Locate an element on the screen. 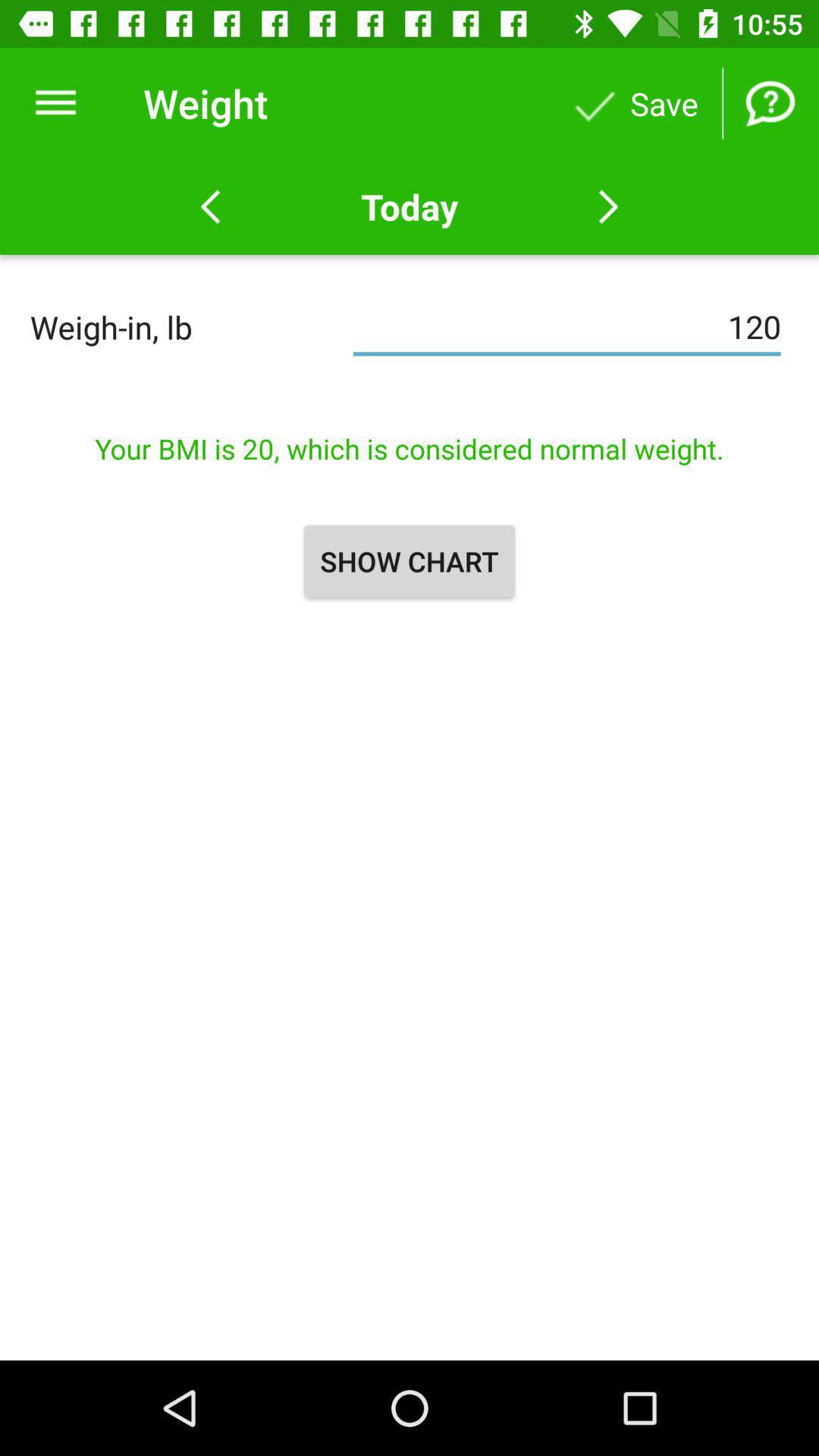  the item next to the weigh-in, lb item is located at coordinates (566, 326).